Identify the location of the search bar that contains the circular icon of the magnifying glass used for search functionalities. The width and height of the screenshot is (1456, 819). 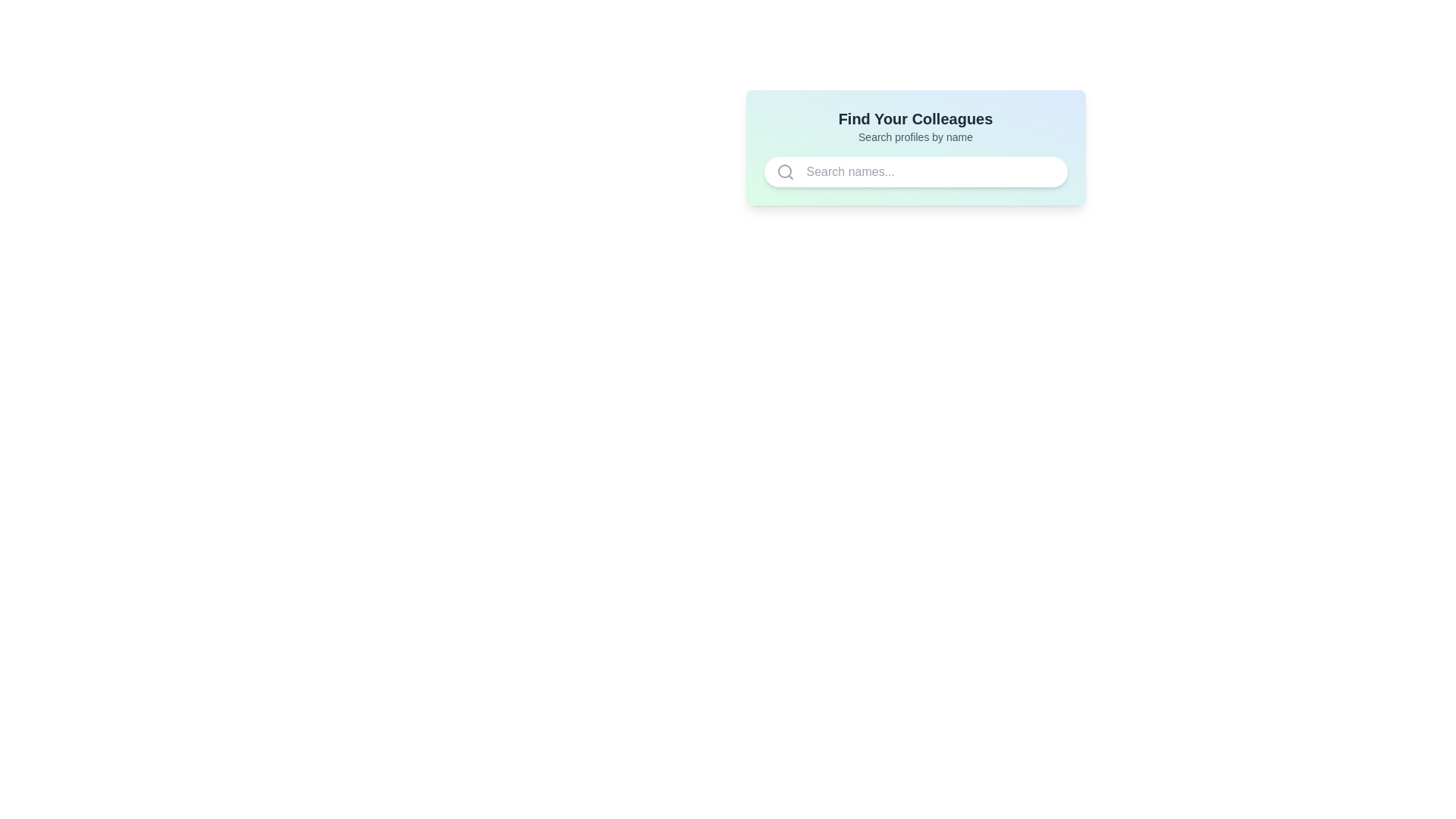
(784, 171).